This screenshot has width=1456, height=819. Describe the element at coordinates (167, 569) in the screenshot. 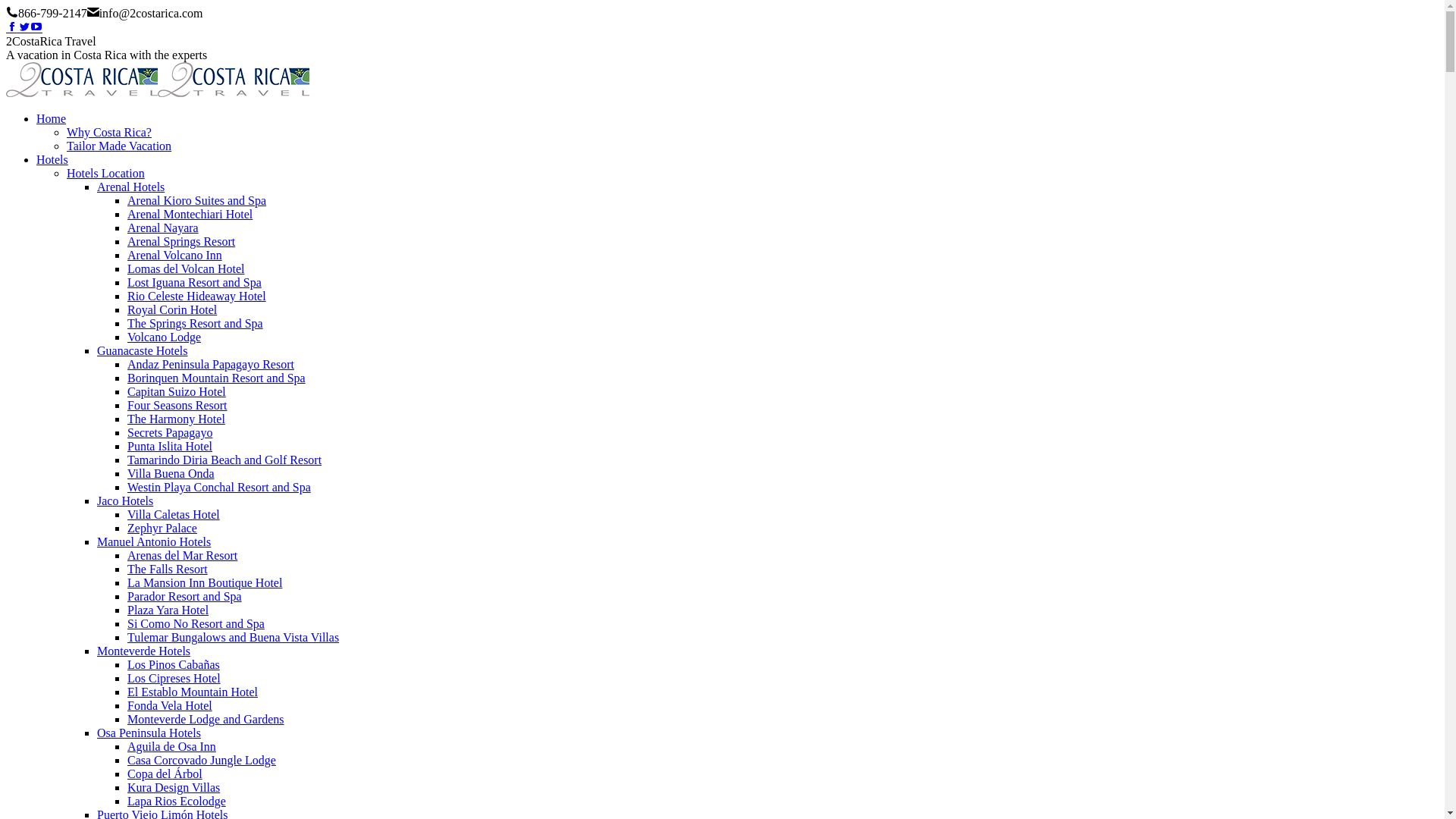

I see `'The Falls Resort'` at that location.